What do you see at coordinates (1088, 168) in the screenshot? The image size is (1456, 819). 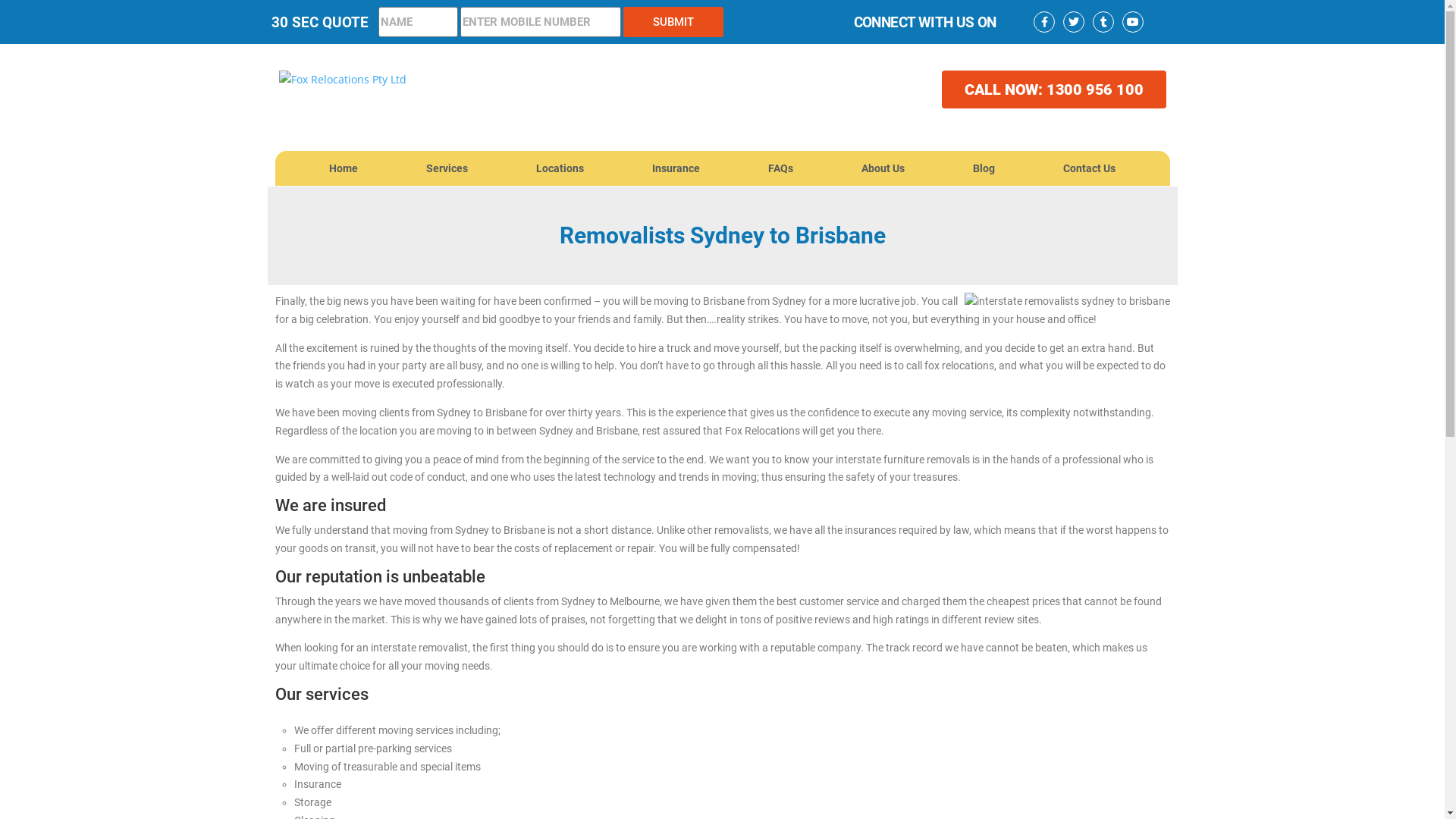 I see `'Contact Us'` at bounding box center [1088, 168].